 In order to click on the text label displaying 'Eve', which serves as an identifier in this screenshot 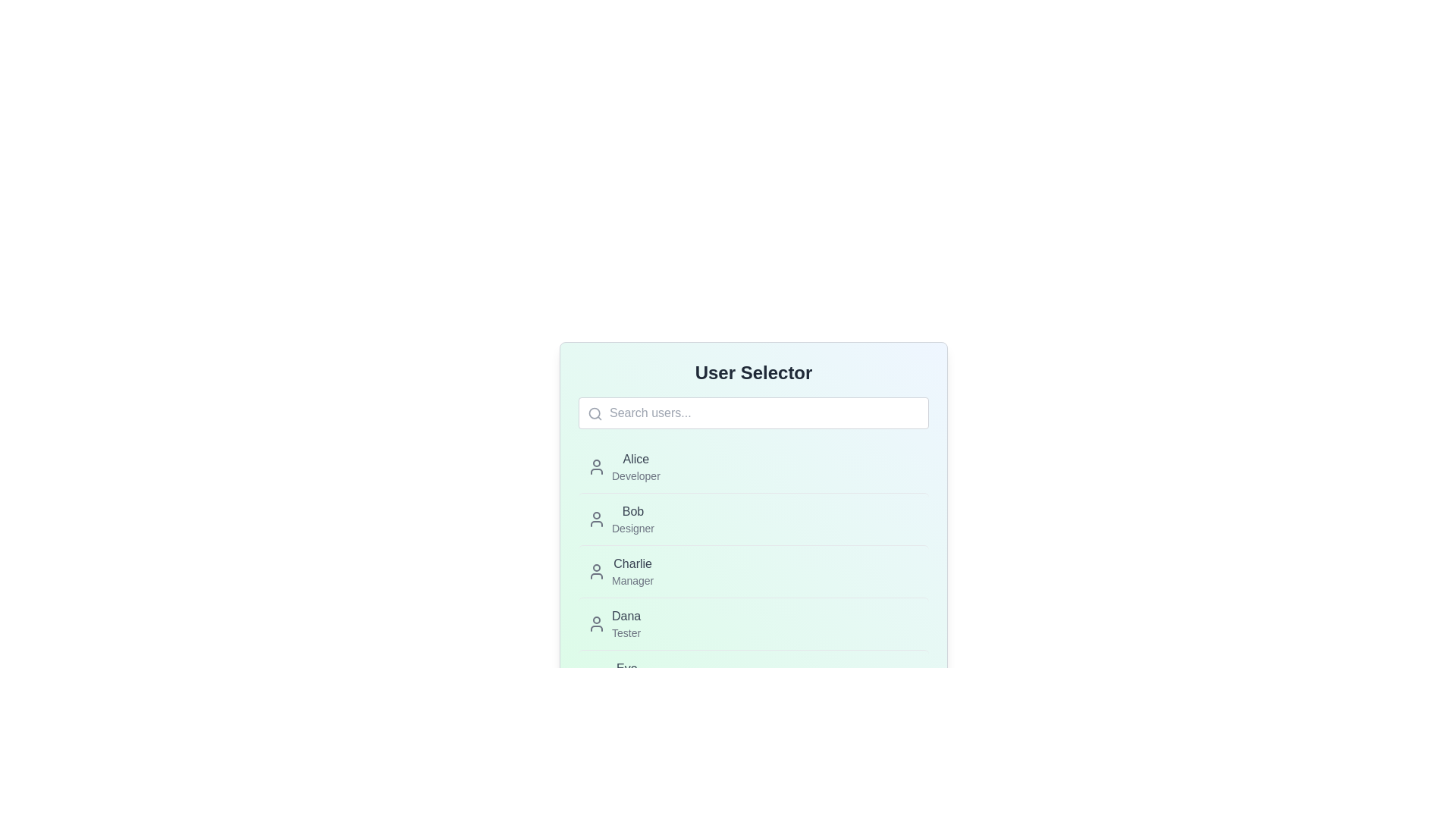, I will do `click(626, 668)`.